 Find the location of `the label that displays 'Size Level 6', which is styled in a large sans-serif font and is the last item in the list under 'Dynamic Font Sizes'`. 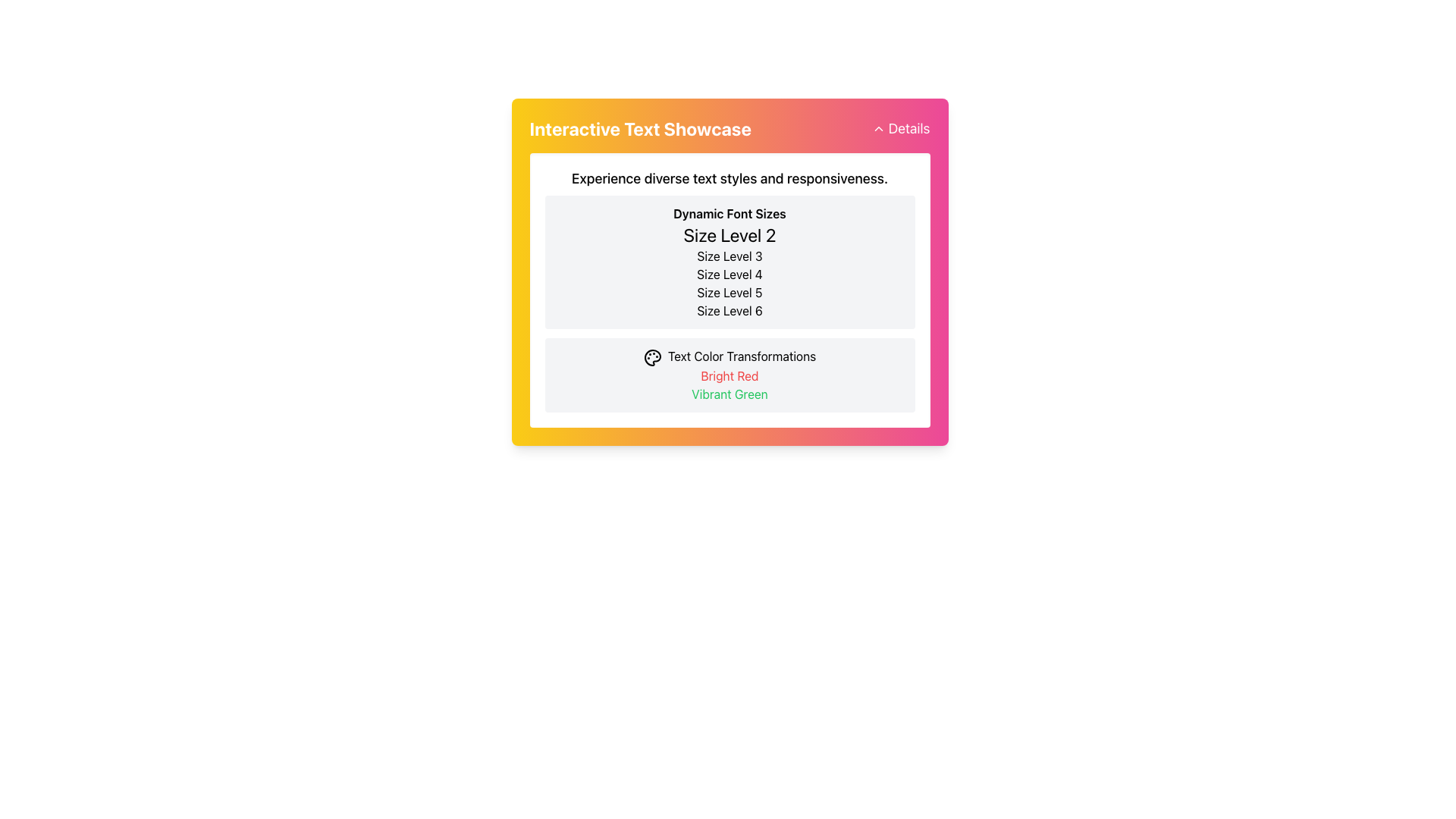

the label that displays 'Size Level 6', which is styled in a large sans-serif font and is the last item in the list under 'Dynamic Font Sizes' is located at coordinates (730, 309).